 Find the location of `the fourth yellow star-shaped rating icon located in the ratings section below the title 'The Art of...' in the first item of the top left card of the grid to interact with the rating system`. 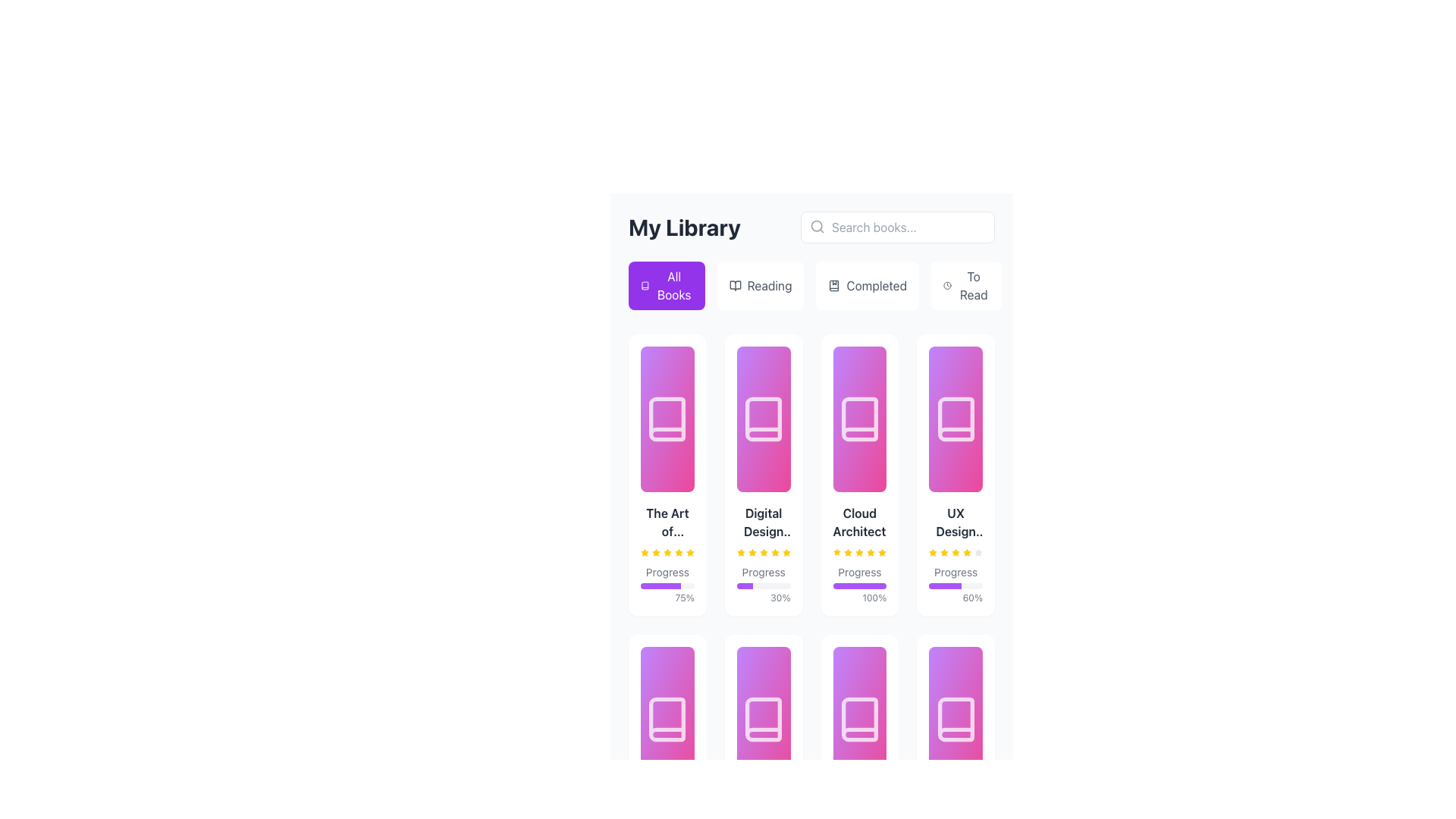

the fourth yellow star-shaped rating icon located in the ratings section below the title 'The Art of...' in the first item of the top left card of the grid to interact with the rating system is located at coordinates (667, 552).